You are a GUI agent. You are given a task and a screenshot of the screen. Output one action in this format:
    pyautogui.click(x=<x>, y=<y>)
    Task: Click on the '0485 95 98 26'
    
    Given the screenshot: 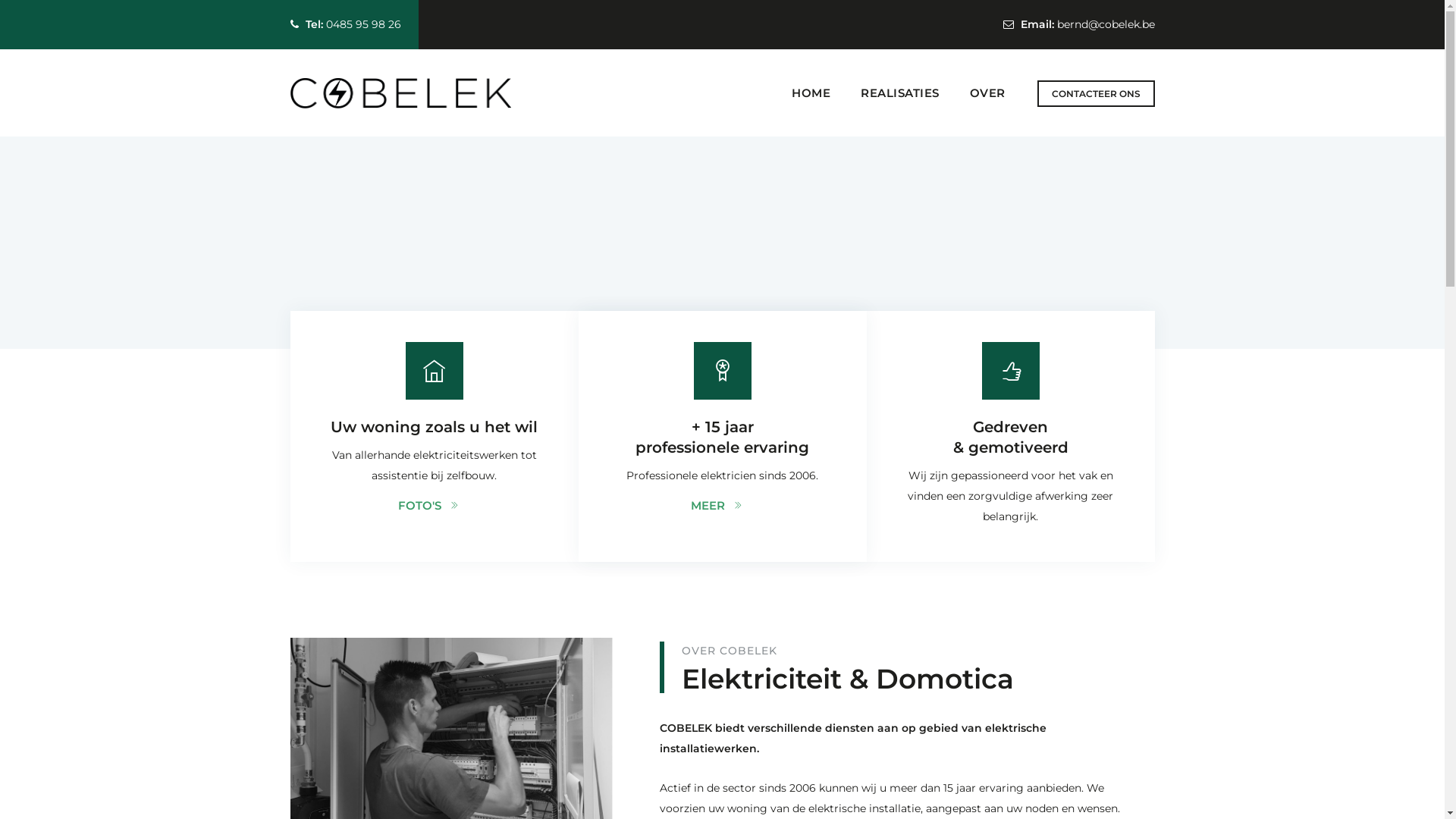 What is the action you would take?
    pyautogui.click(x=362, y=24)
    